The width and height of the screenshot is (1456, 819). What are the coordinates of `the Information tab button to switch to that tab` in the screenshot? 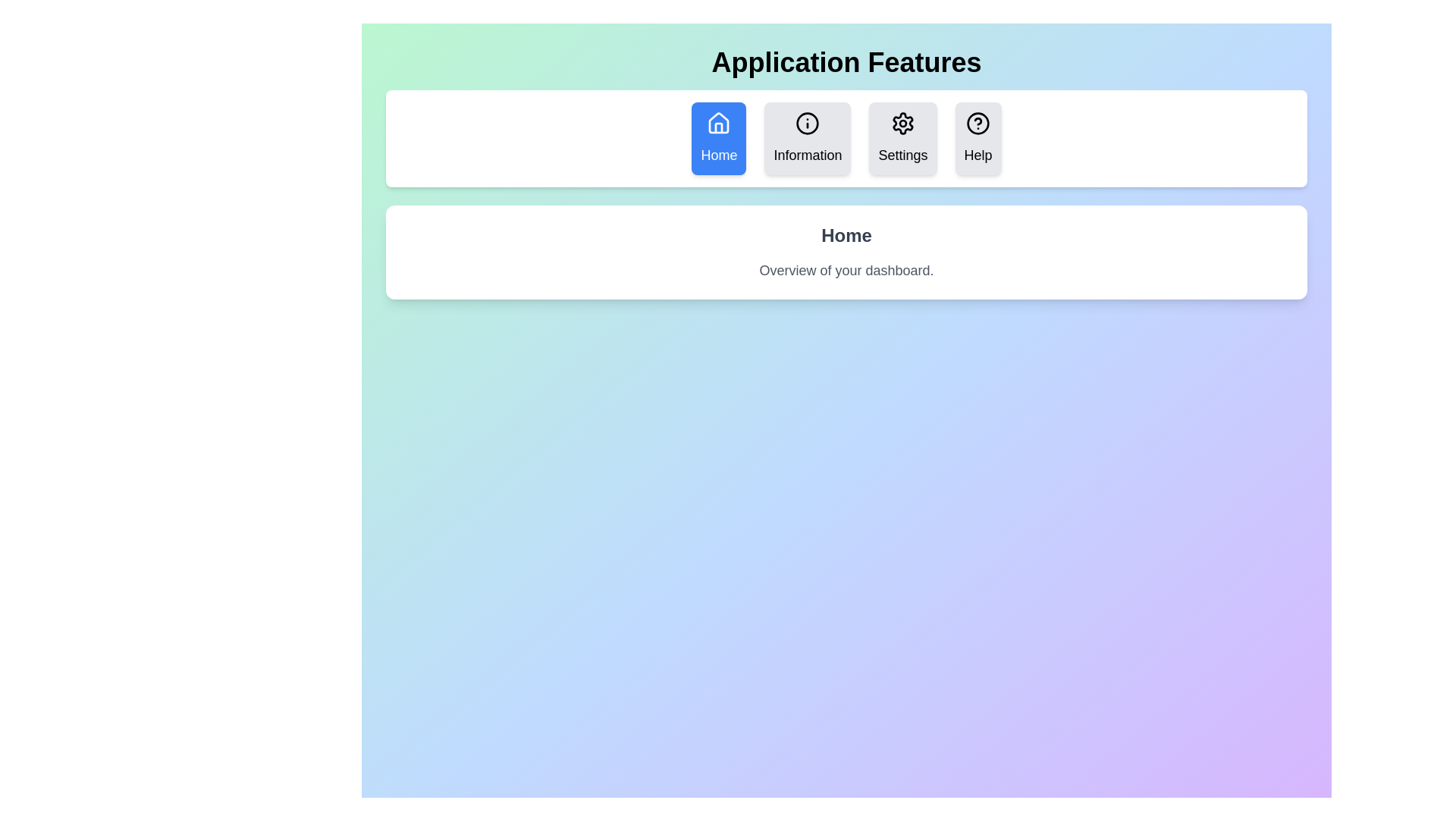 It's located at (807, 138).